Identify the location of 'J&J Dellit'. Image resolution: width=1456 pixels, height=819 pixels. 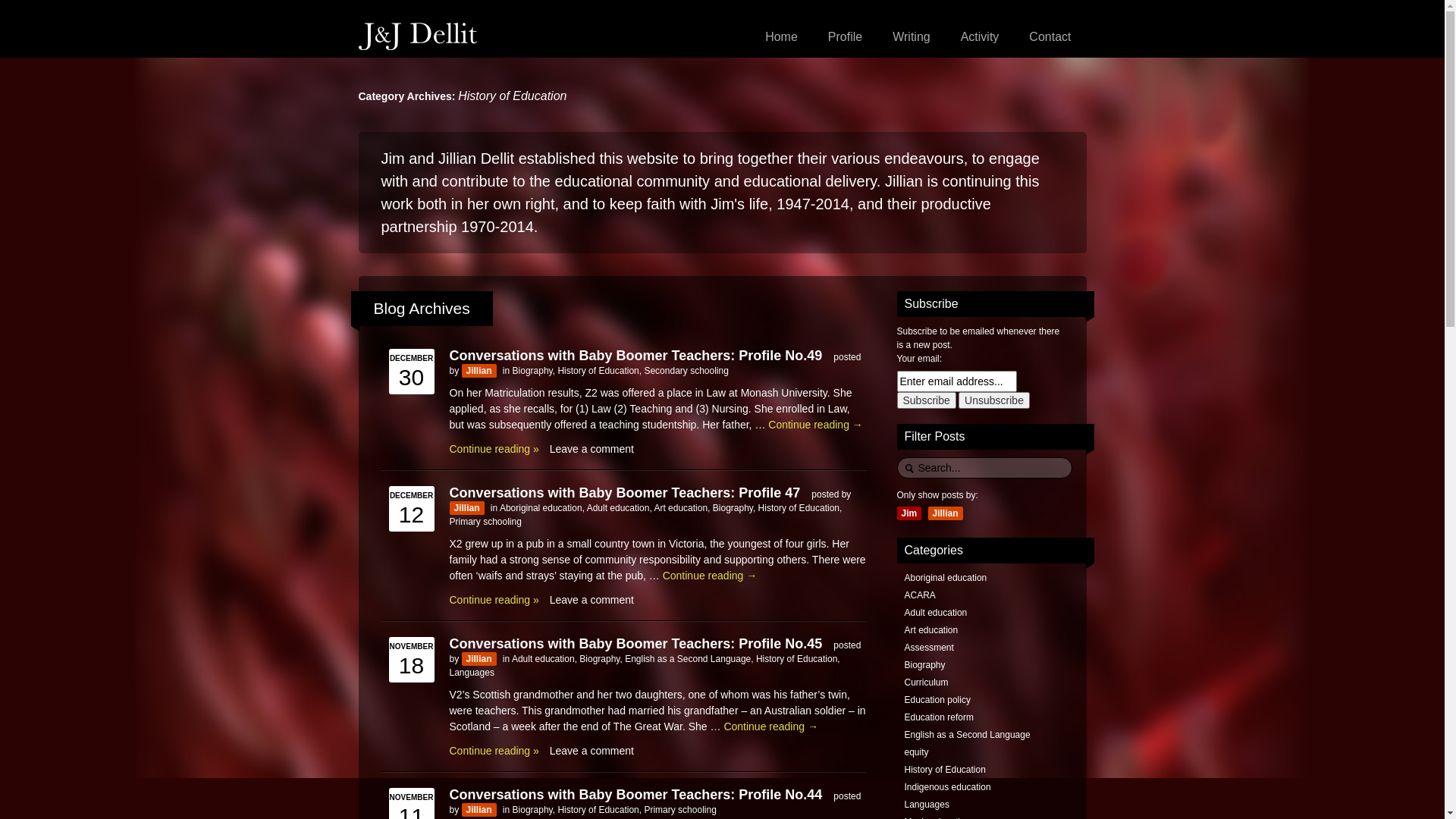
(417, 35).